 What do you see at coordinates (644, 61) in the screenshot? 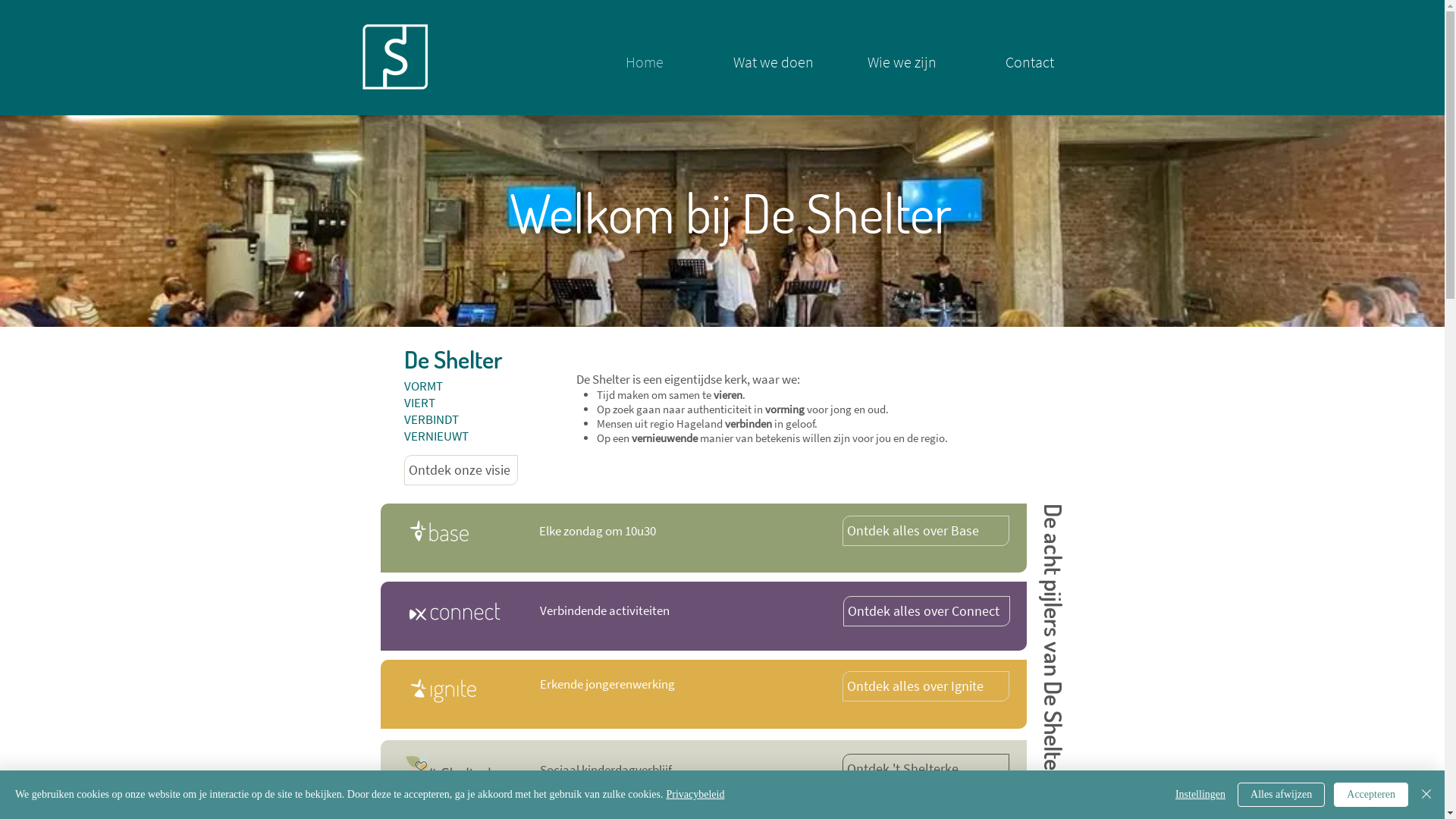
I see `'Home'` at bounding box center [644, 61].